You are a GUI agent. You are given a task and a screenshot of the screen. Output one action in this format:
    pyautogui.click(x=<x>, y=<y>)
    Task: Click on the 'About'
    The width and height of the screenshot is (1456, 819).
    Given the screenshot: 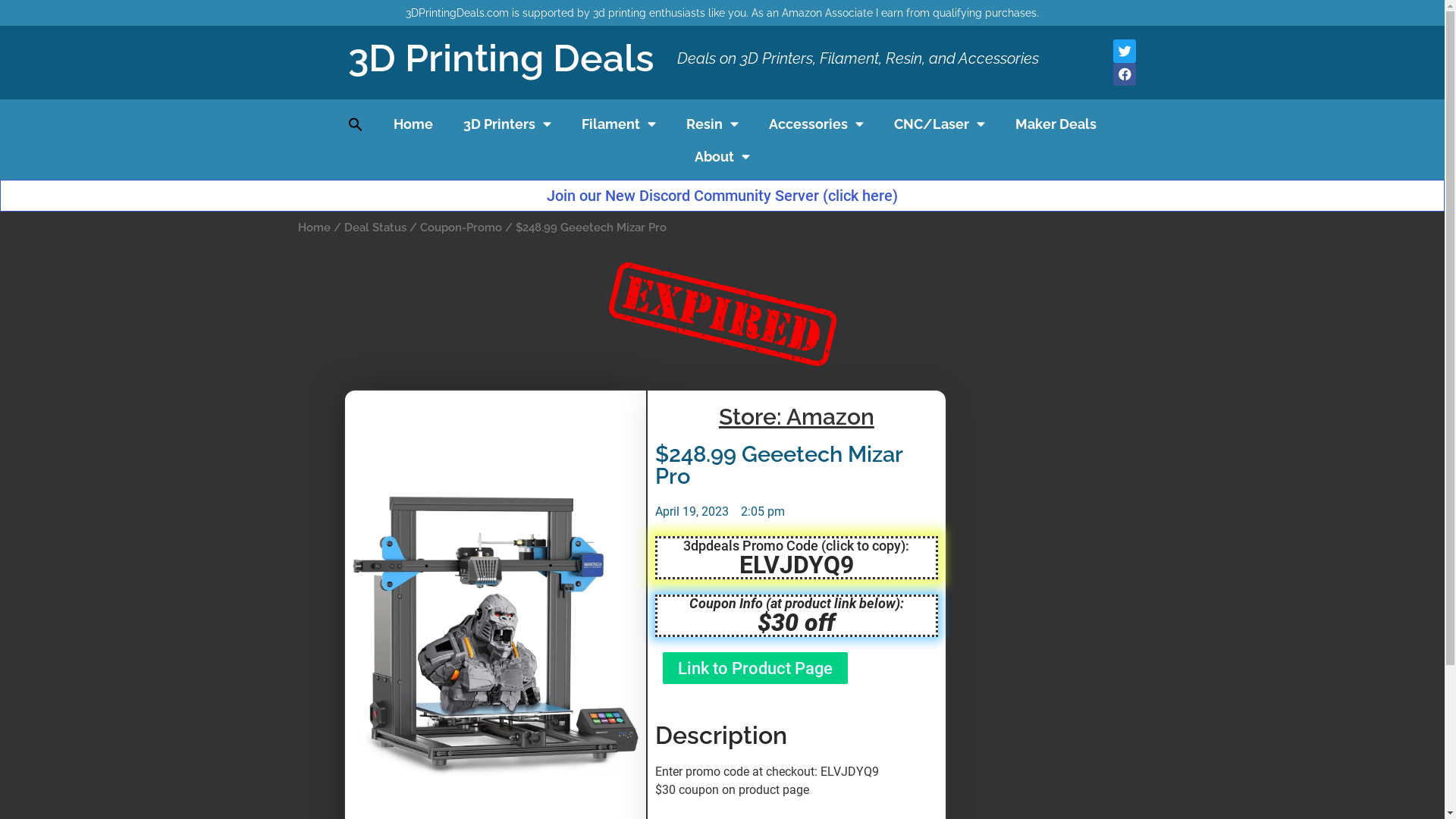 What is the action you would take?
    pyautogui.click(x=721, y=157)
    